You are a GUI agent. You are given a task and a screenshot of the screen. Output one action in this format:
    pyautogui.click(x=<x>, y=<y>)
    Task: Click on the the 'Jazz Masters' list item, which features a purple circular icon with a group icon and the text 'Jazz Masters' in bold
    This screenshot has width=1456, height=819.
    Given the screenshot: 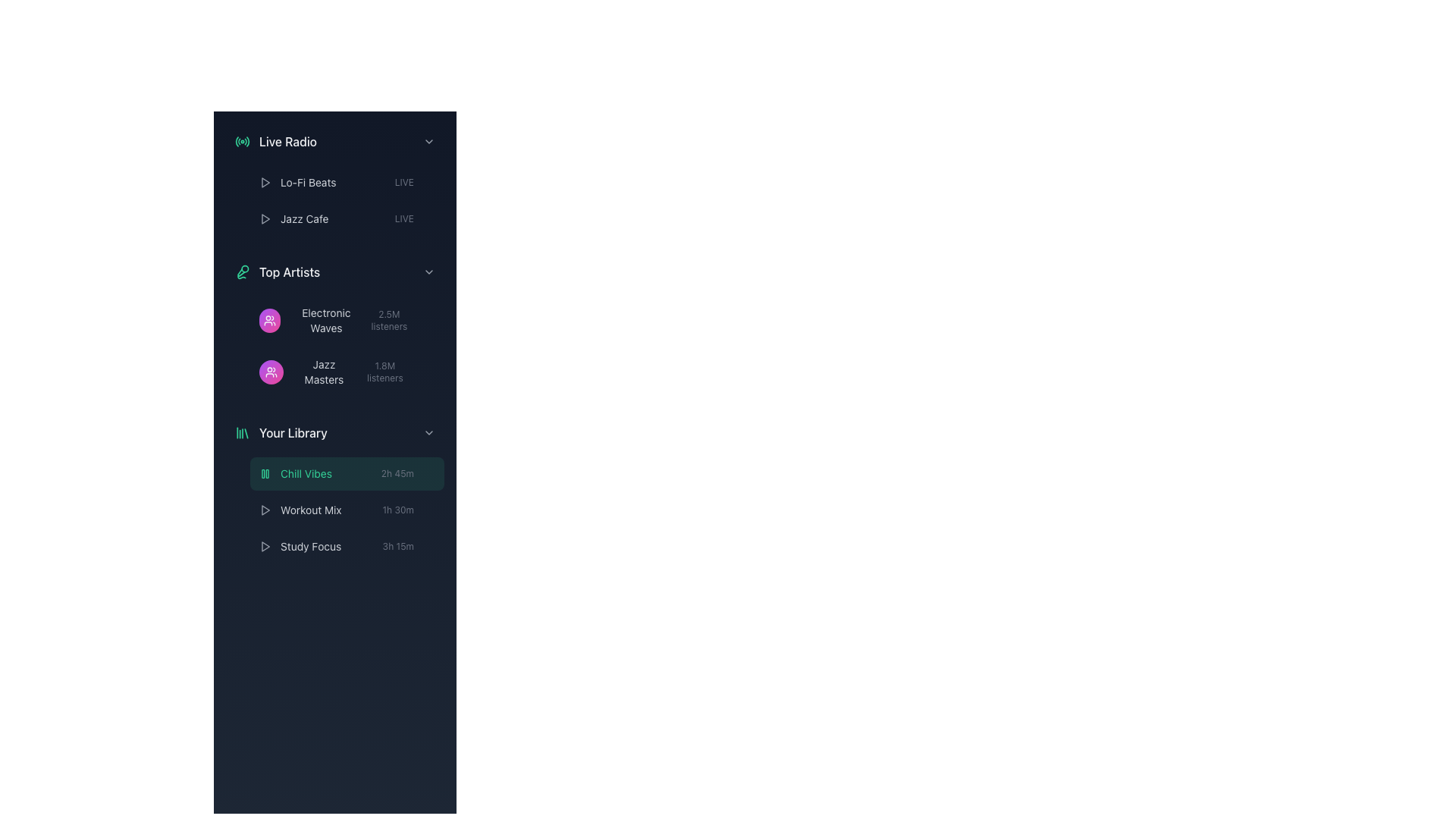 What is the action you would take?
    pyautogui.click(x=346, y=372)
    